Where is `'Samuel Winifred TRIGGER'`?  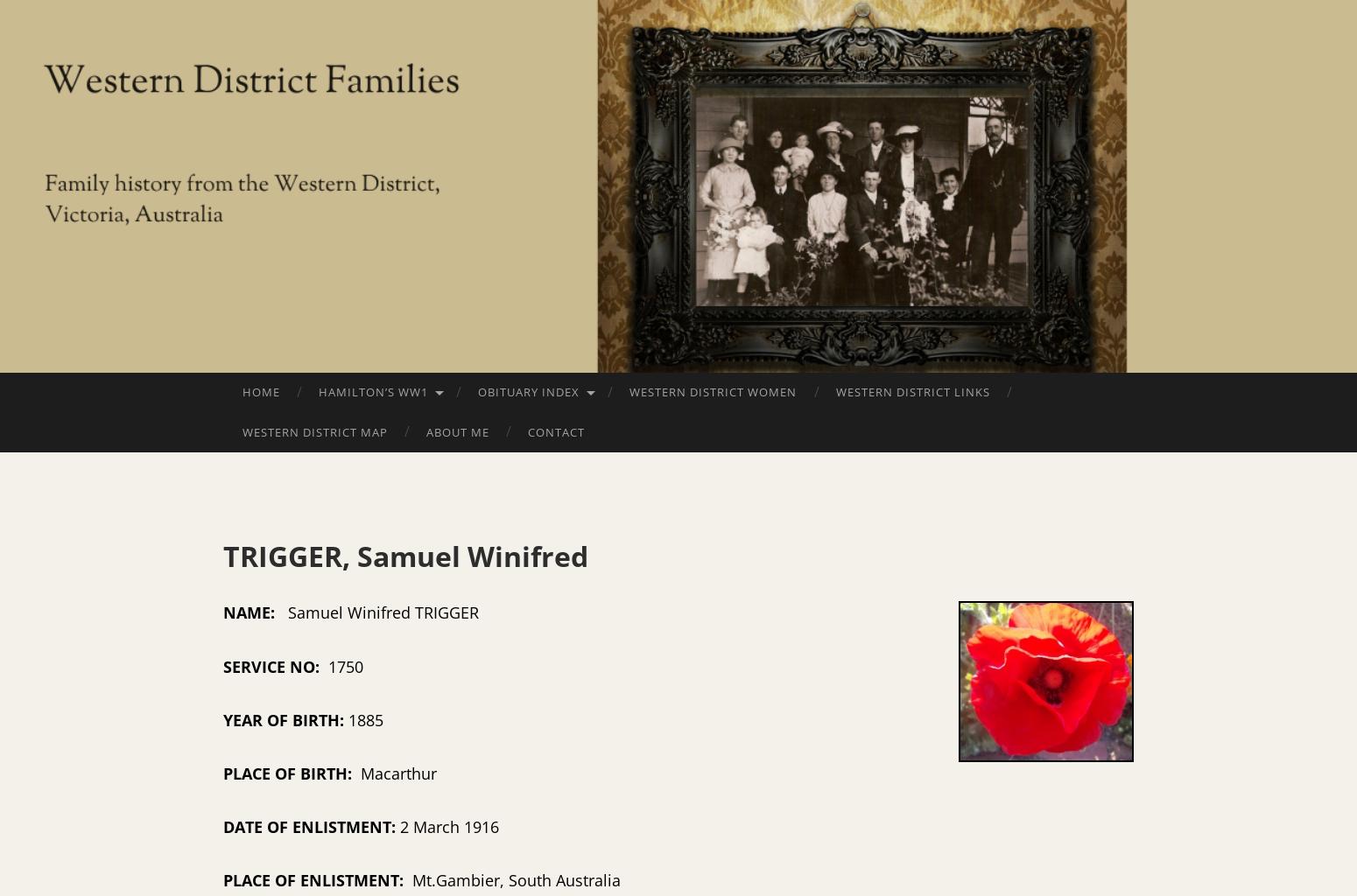 'Samuel Winifred TRIGGER' is located at coordinates (574, 612).